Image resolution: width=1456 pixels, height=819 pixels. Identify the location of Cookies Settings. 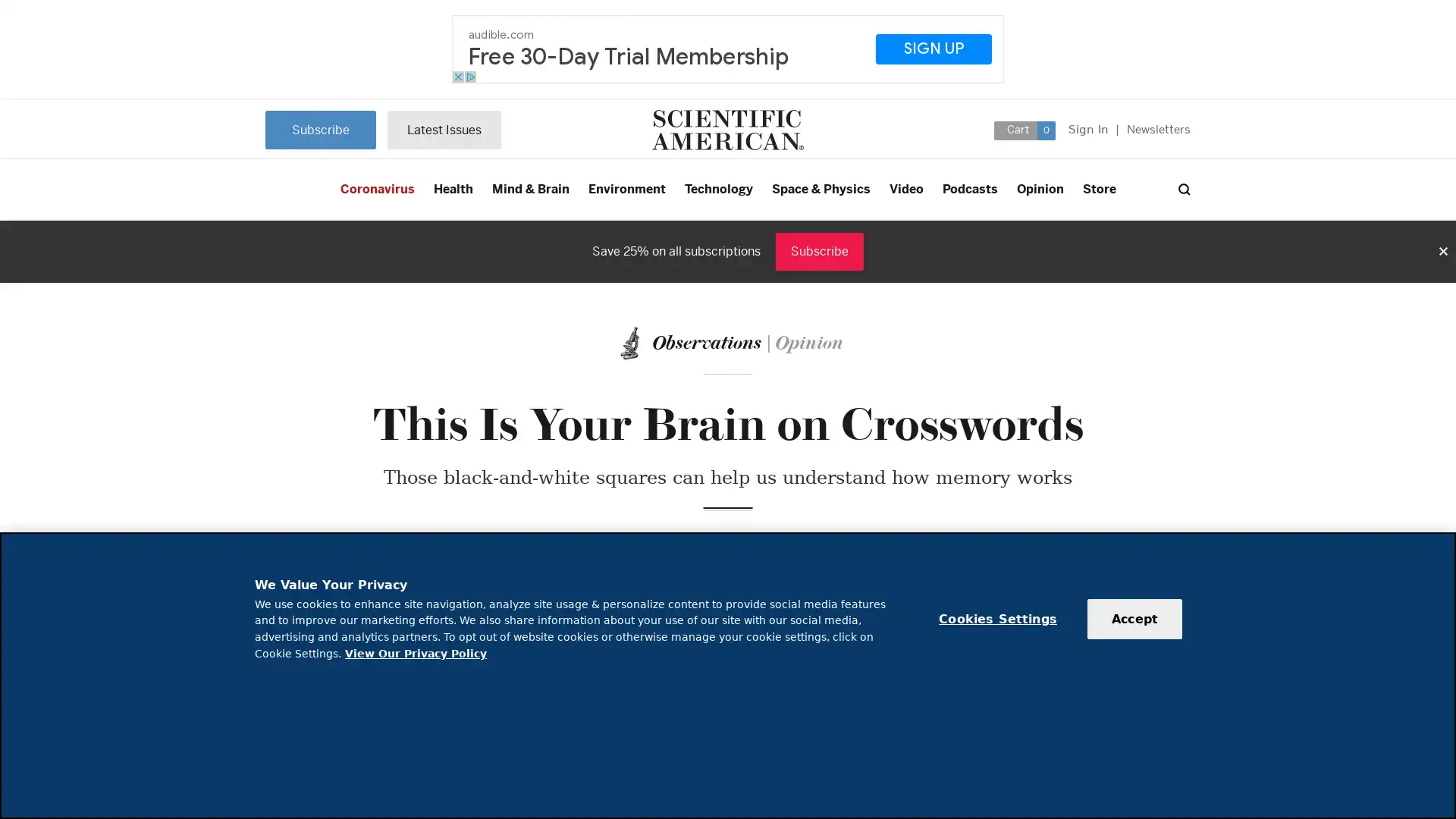
(997, 619).